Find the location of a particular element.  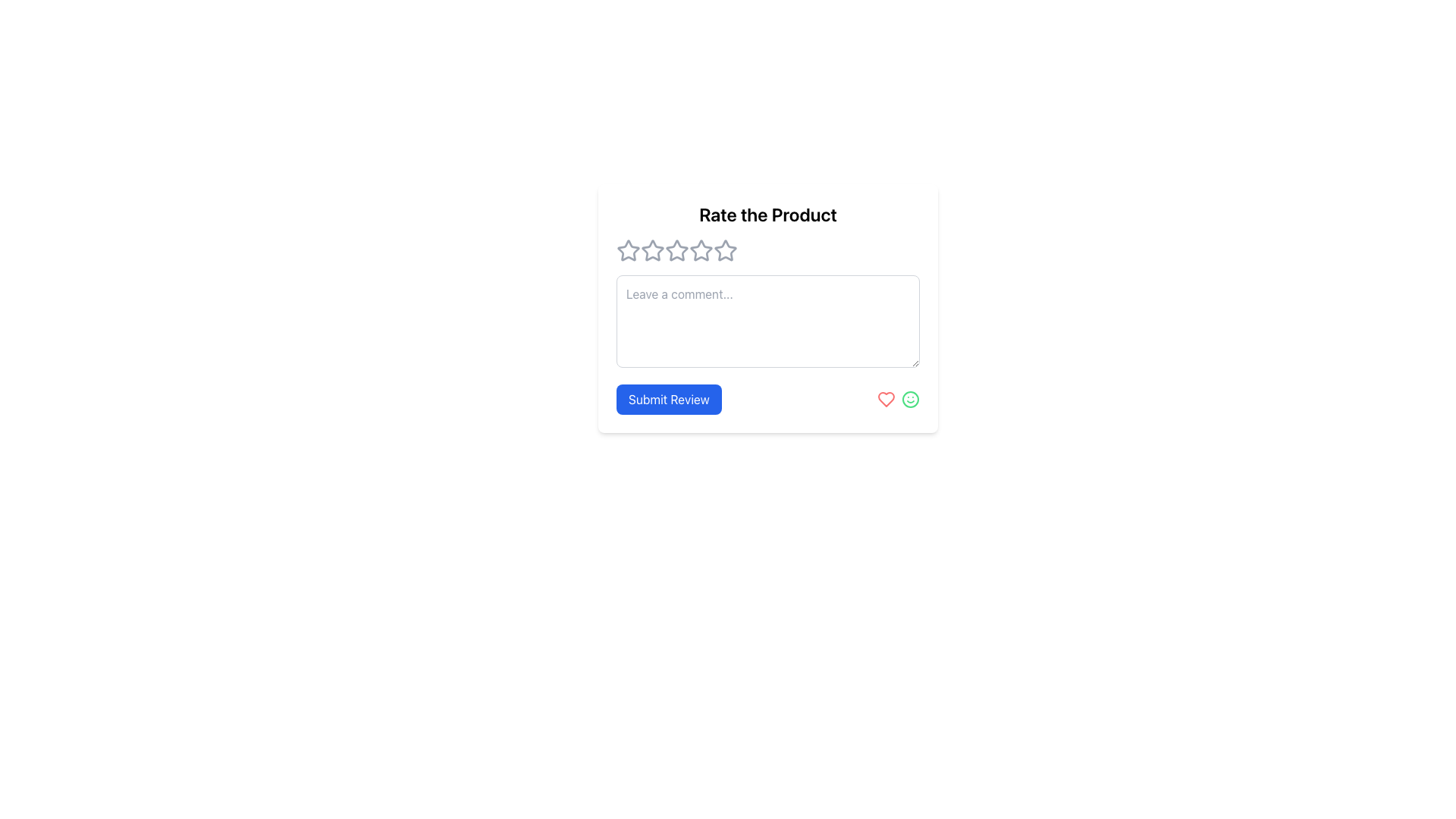

the outermost circular icon is located at coordinates (910, 399).